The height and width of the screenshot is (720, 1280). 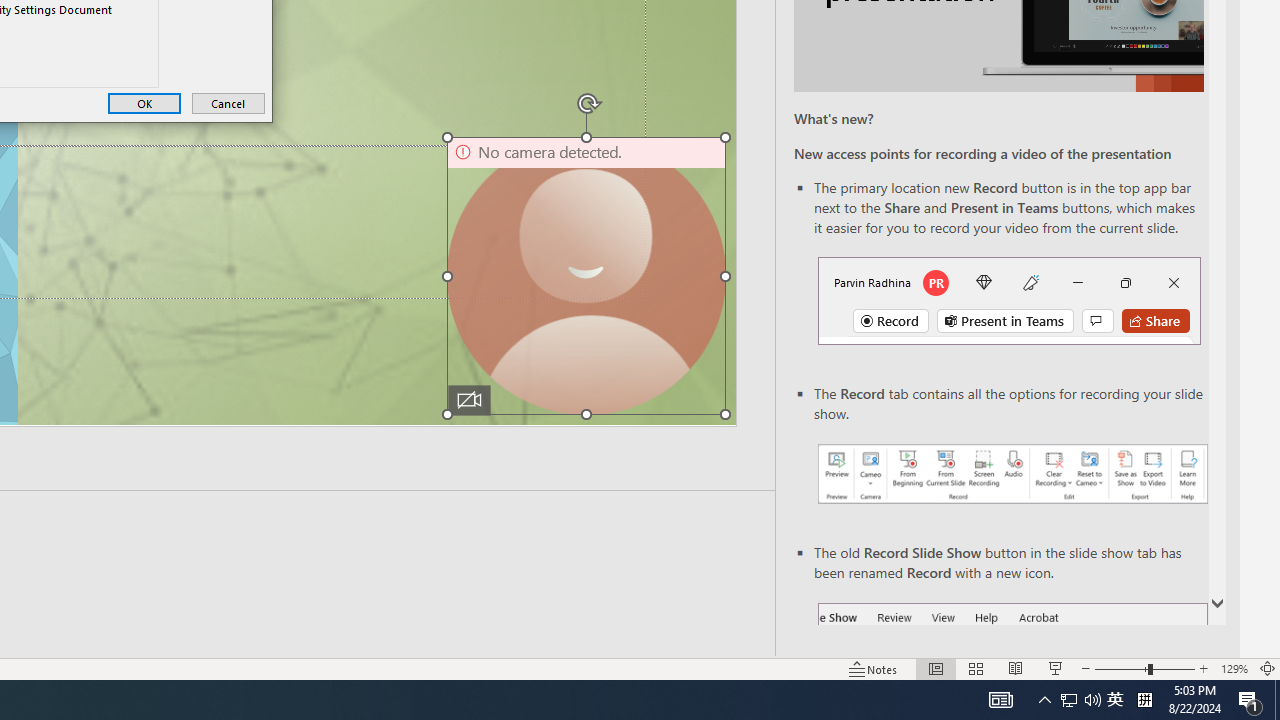 What do you see at coordinates (1250, 698) in the screenshot?
I see `'Action Center, 1 new notification'` at bounding box center [1250, 698].